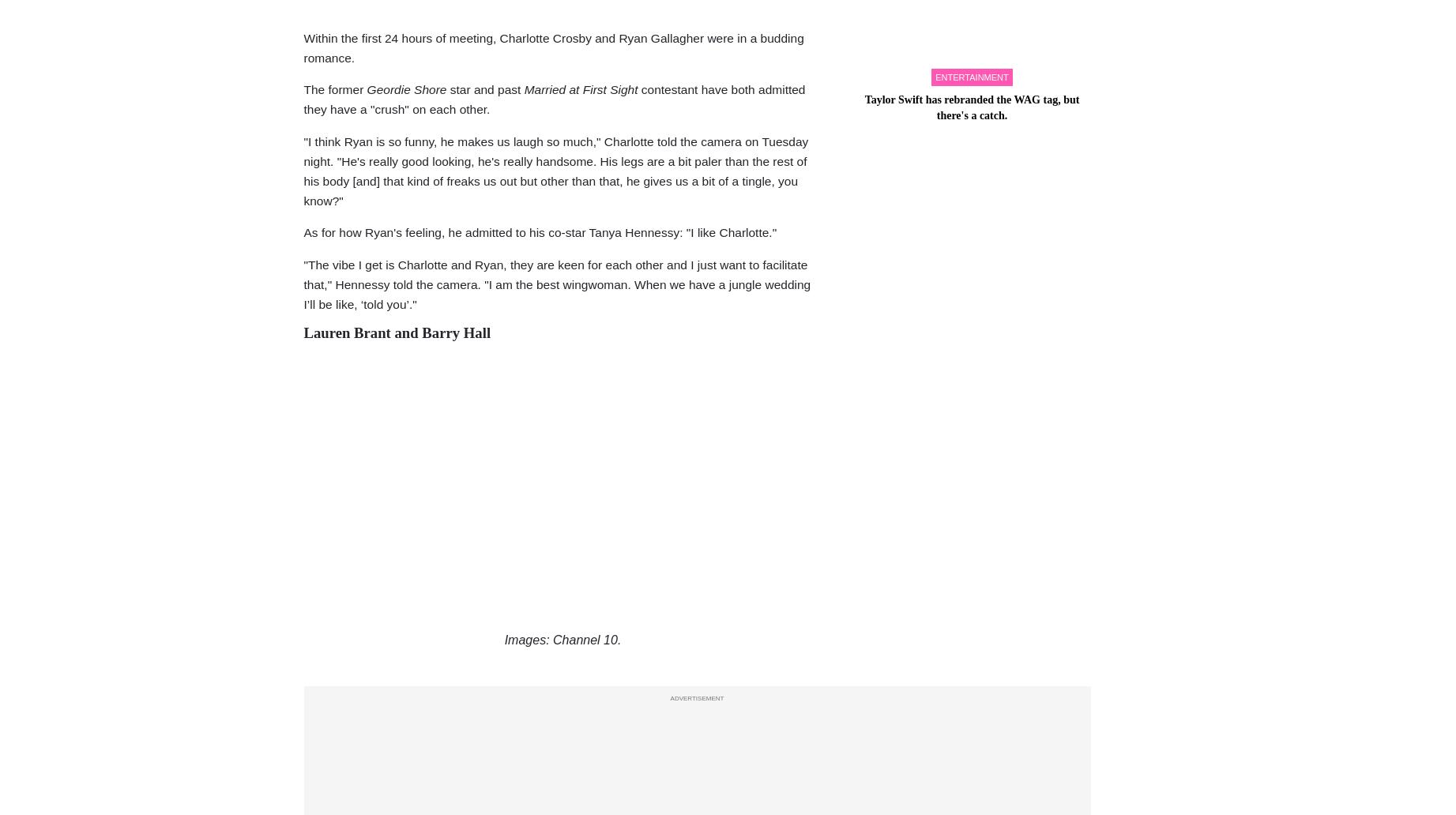  Describe the element at coordinates (581, 89) in the screenshot. I see `'Married at First Sight'` at that location.